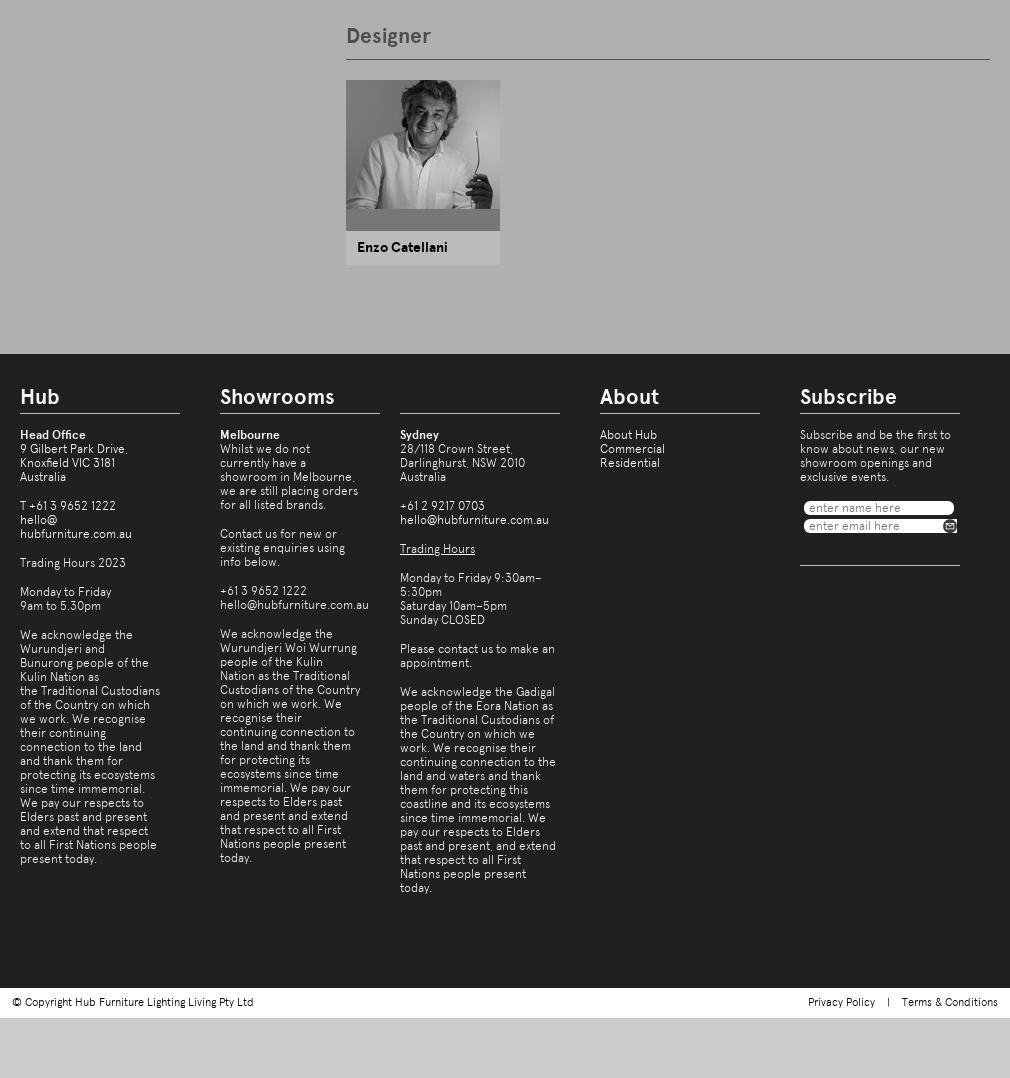 Image resolution: width=1010 pixels, height=1078 pixels. I want to click on 'Saturday 10am–5pm', so click(453, 606).